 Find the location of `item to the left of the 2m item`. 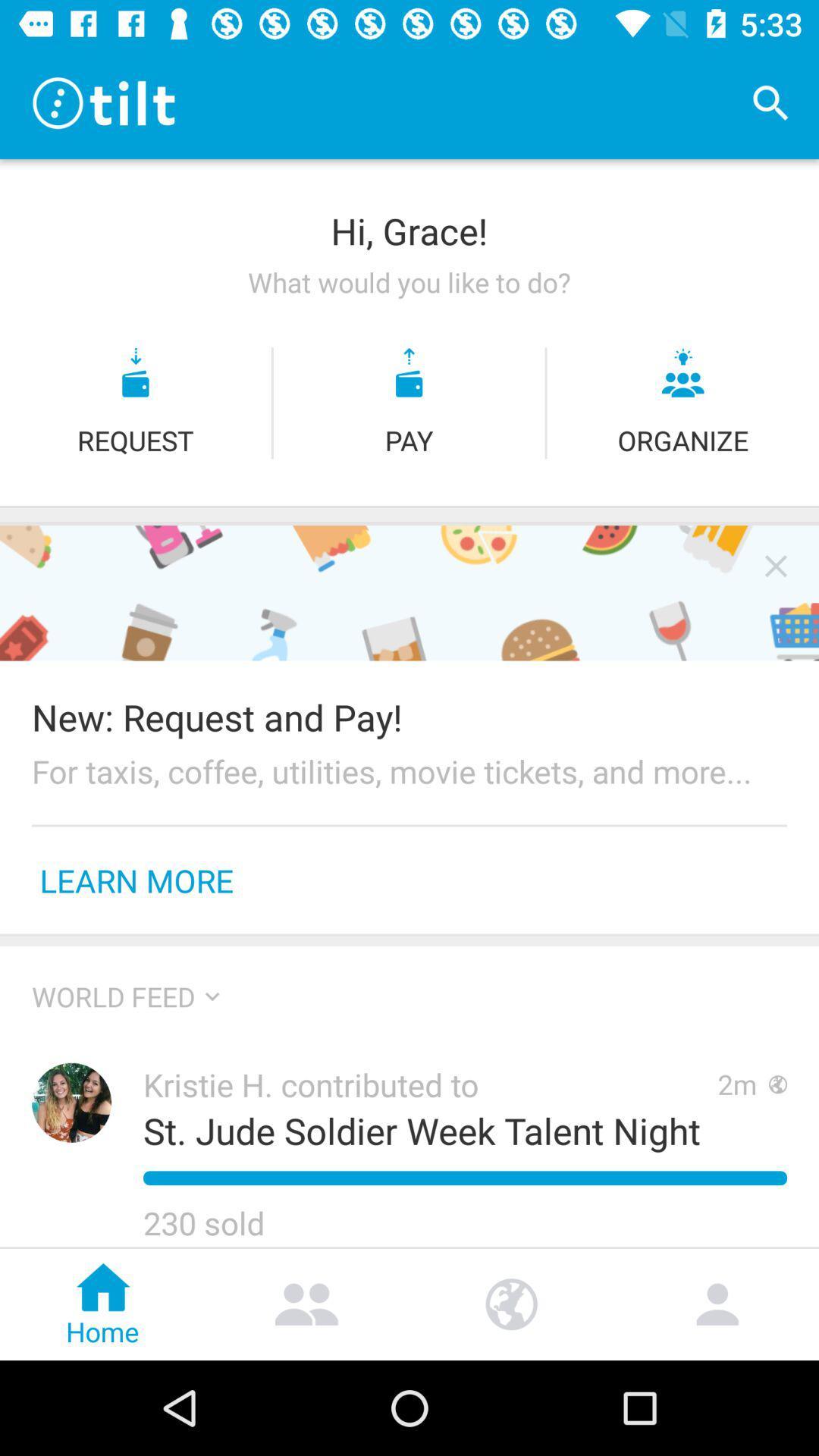

item to the left of the 2m item is located at coordinates (422, 1131).